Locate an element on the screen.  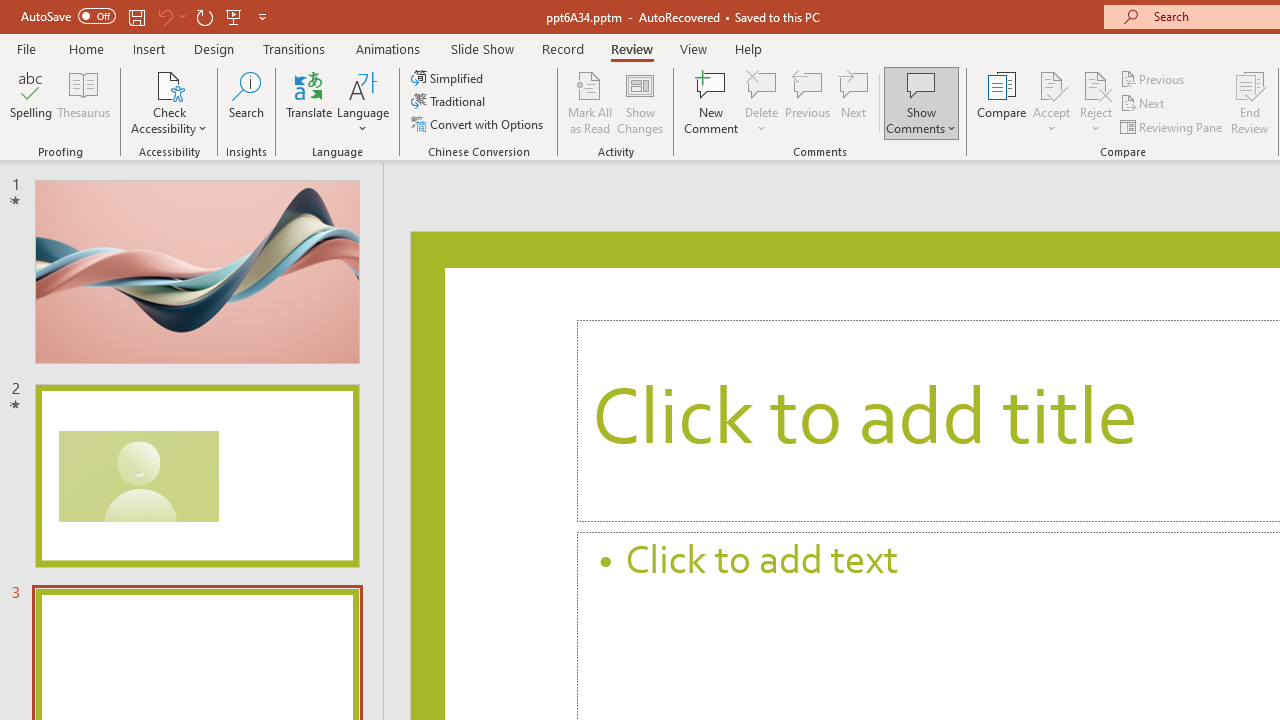
'Language' is located at coordinates (363, 103).